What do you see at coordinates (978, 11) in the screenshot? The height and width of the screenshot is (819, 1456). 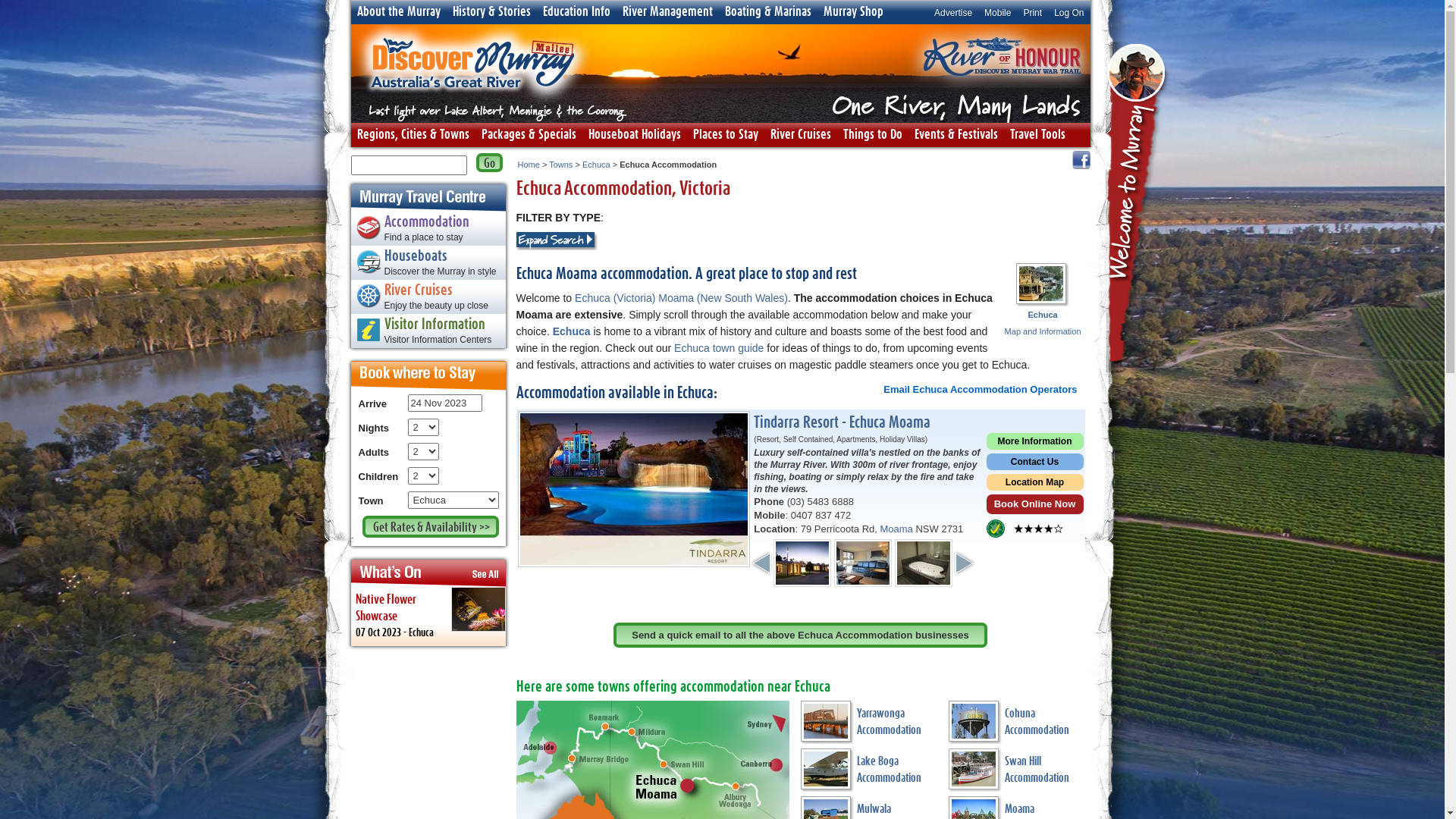 I see `'Mobile'` at bounding box center [978, 11].